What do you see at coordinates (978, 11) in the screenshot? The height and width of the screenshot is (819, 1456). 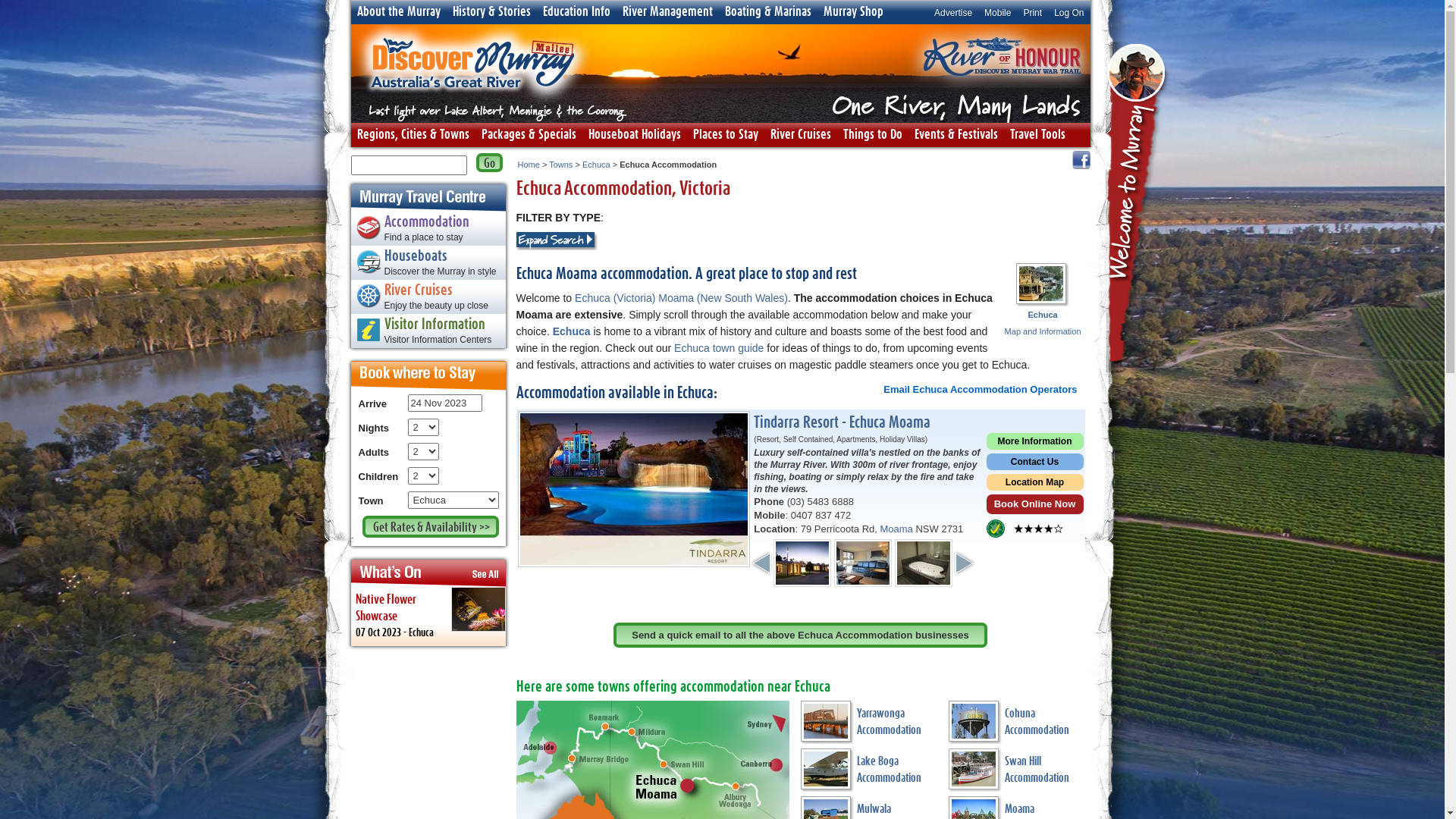 I see `'Mobile'` at bounding box center [978, 11].